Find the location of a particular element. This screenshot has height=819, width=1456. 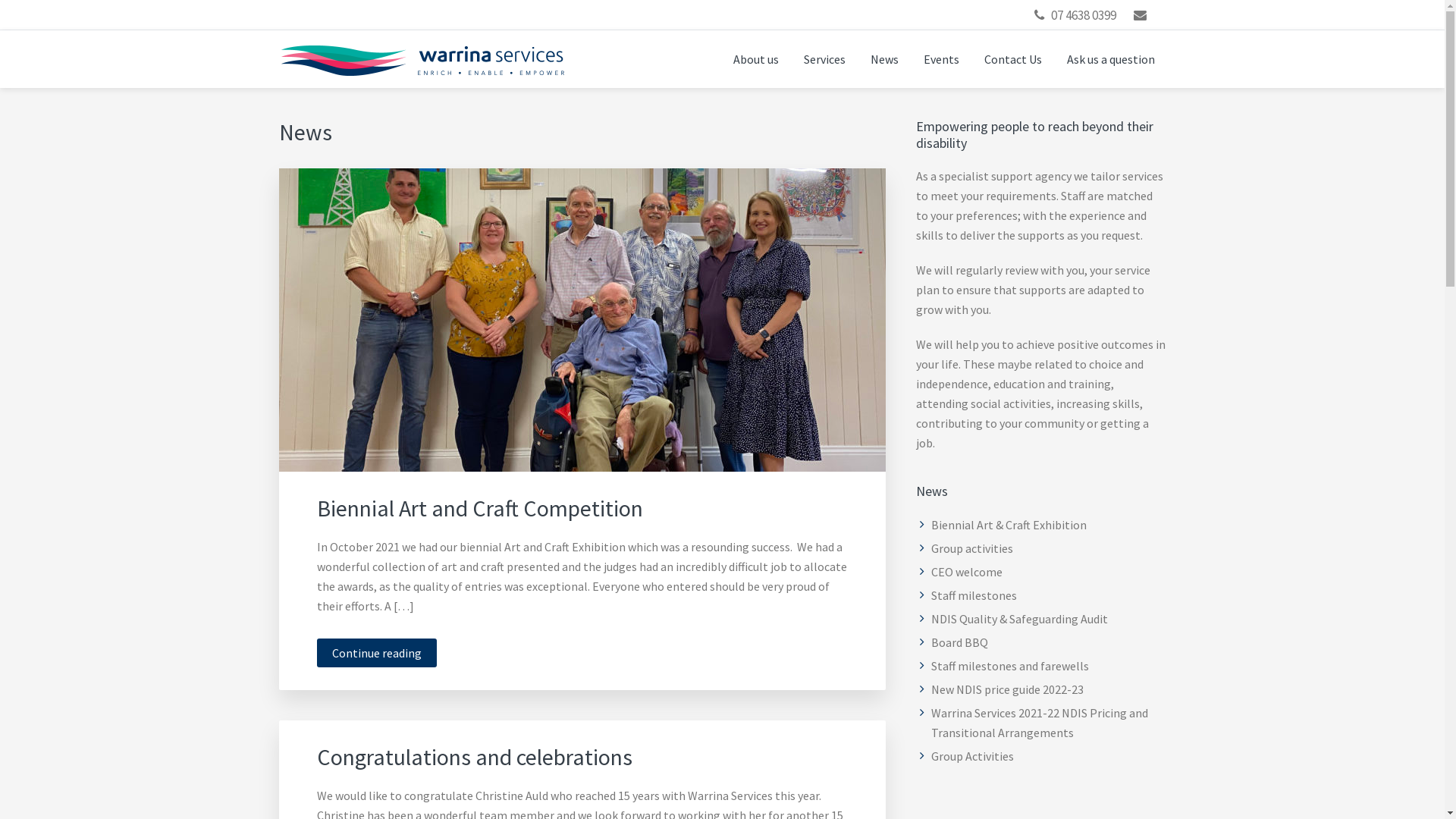

'About us' is located at coordinates (756, 58).